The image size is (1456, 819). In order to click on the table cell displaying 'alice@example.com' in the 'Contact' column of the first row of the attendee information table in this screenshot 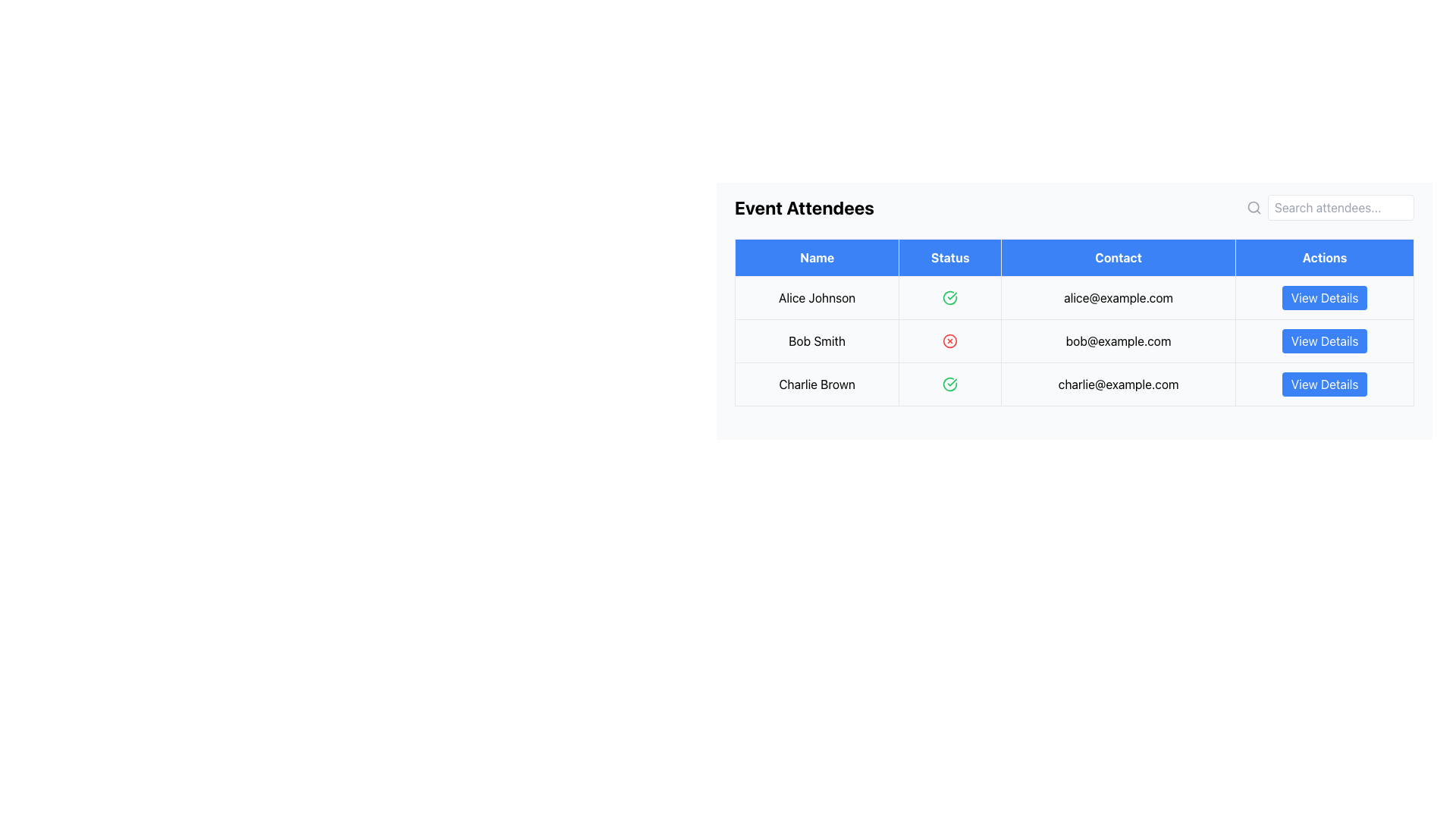, I will do `click(1119, 298)`.